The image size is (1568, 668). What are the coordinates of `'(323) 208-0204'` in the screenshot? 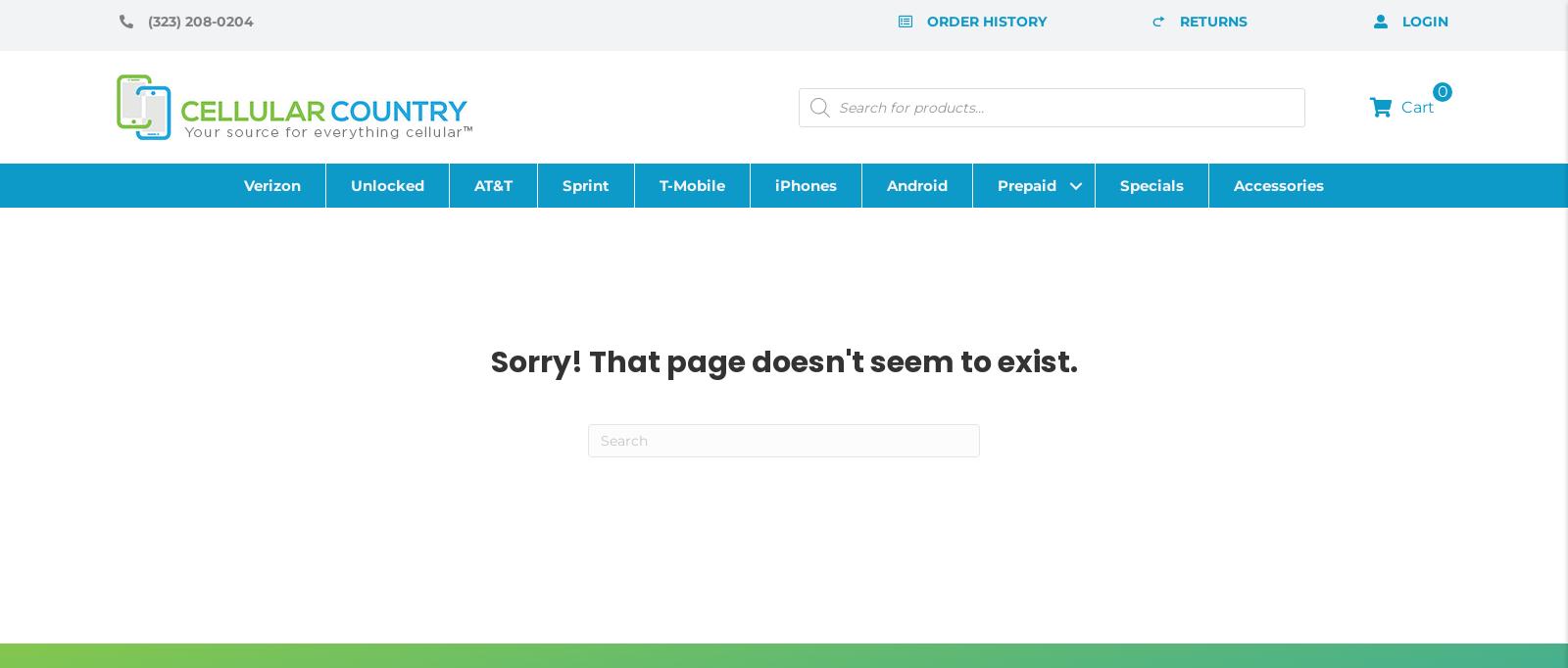 It's located at (200, 21).